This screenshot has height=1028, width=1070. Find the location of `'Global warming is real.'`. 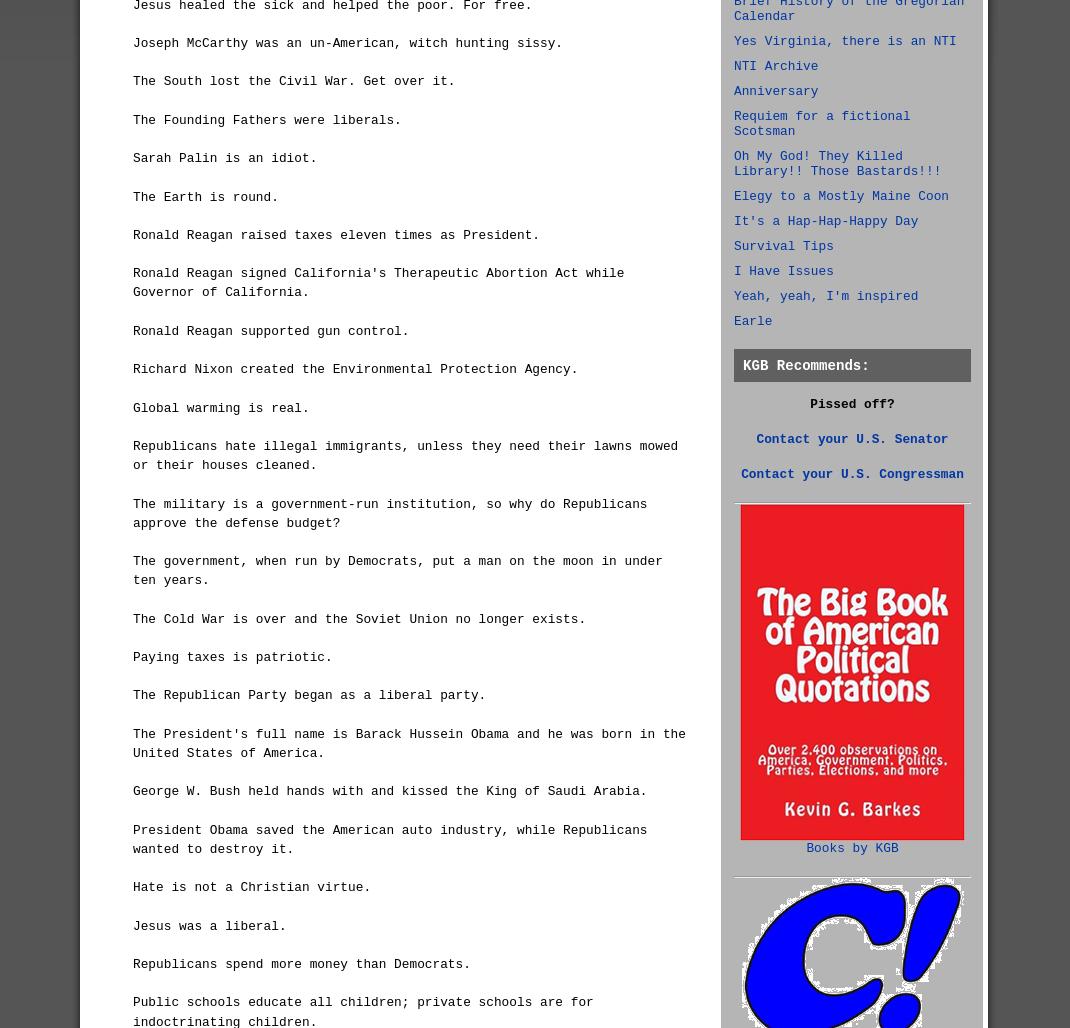

'Global warming is real.' is located at coordinates (219, 407).